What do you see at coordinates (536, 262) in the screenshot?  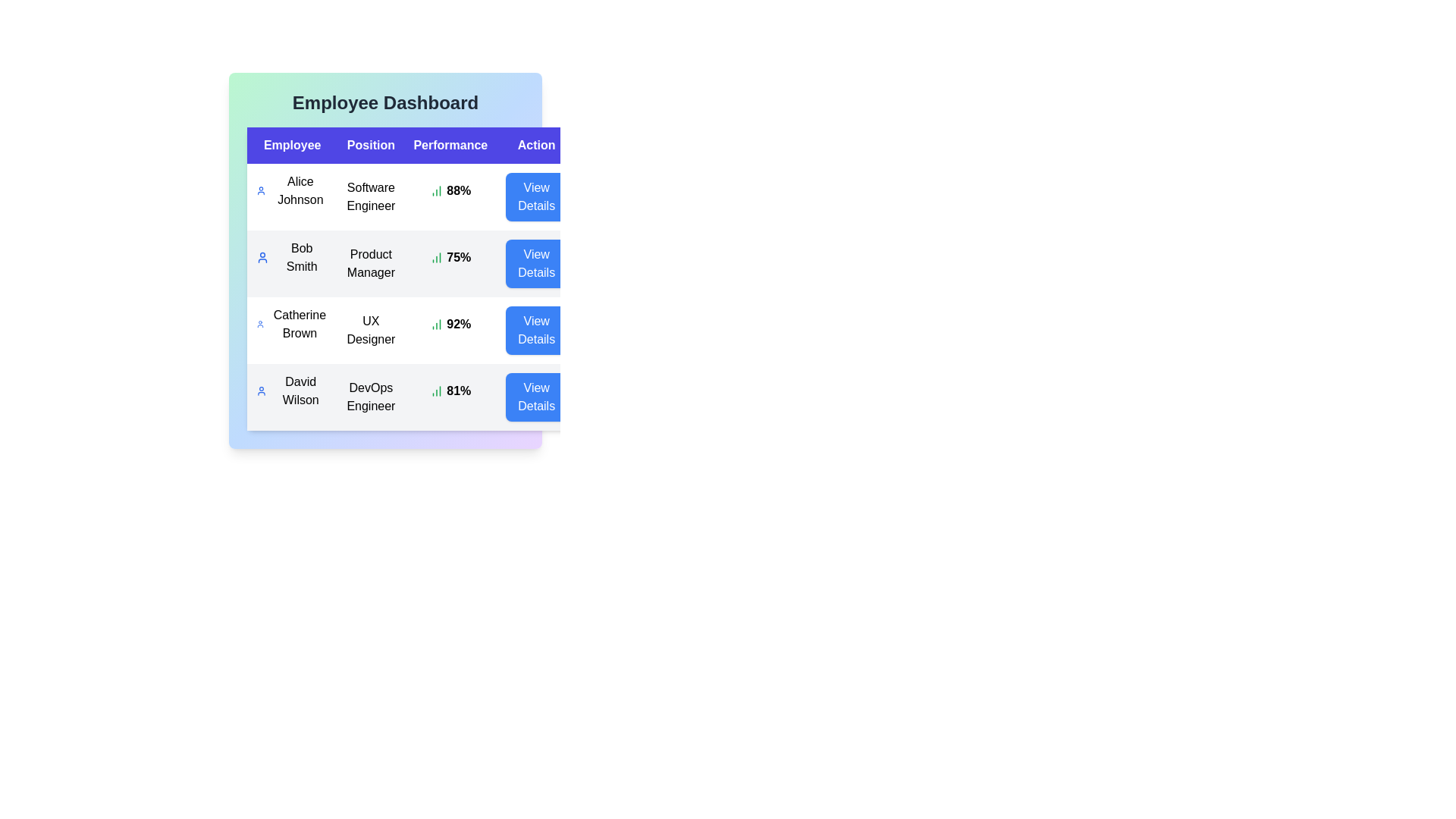 I see `'View Details' button for the employee specified by Bob Smith` at bounding box center [536, 262].